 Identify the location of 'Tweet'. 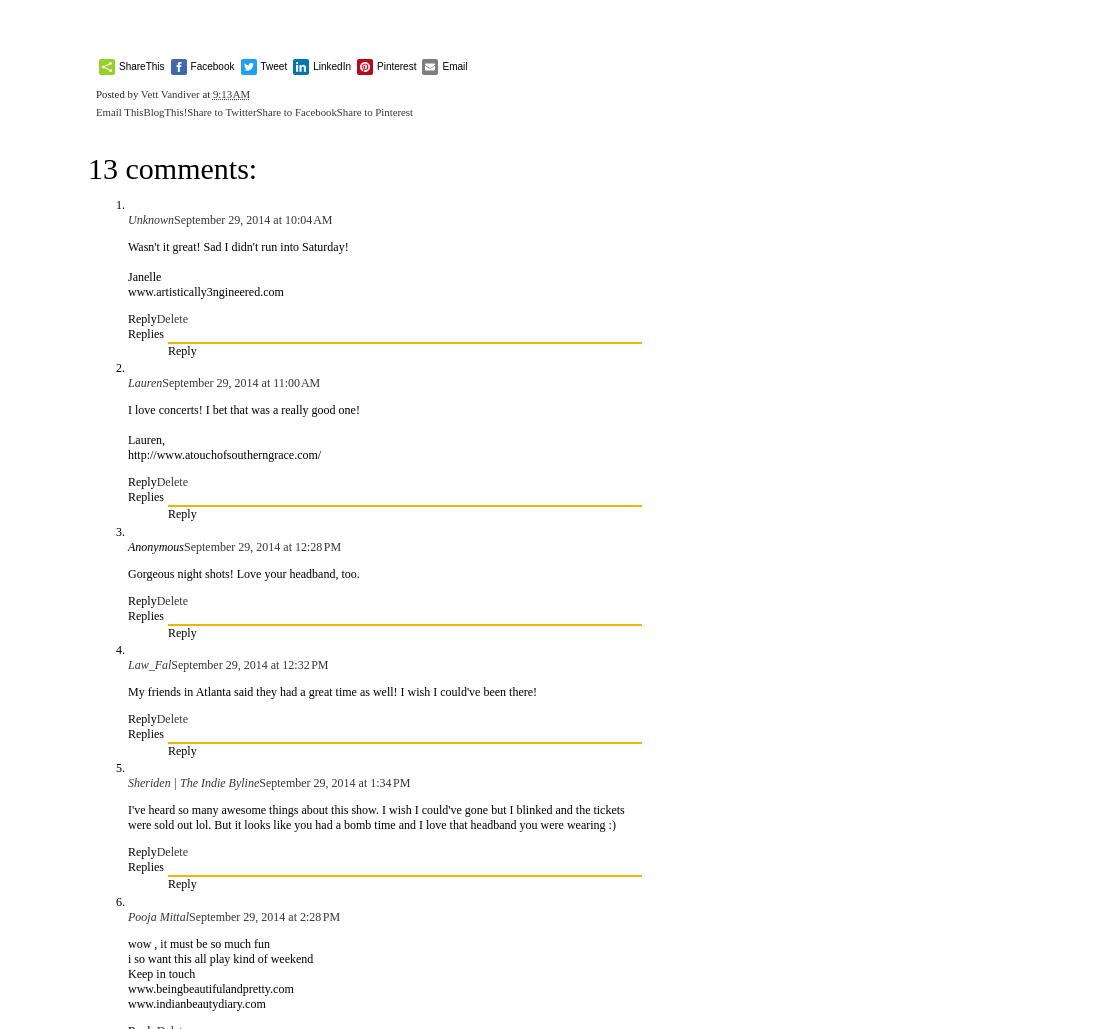
(272, 66).